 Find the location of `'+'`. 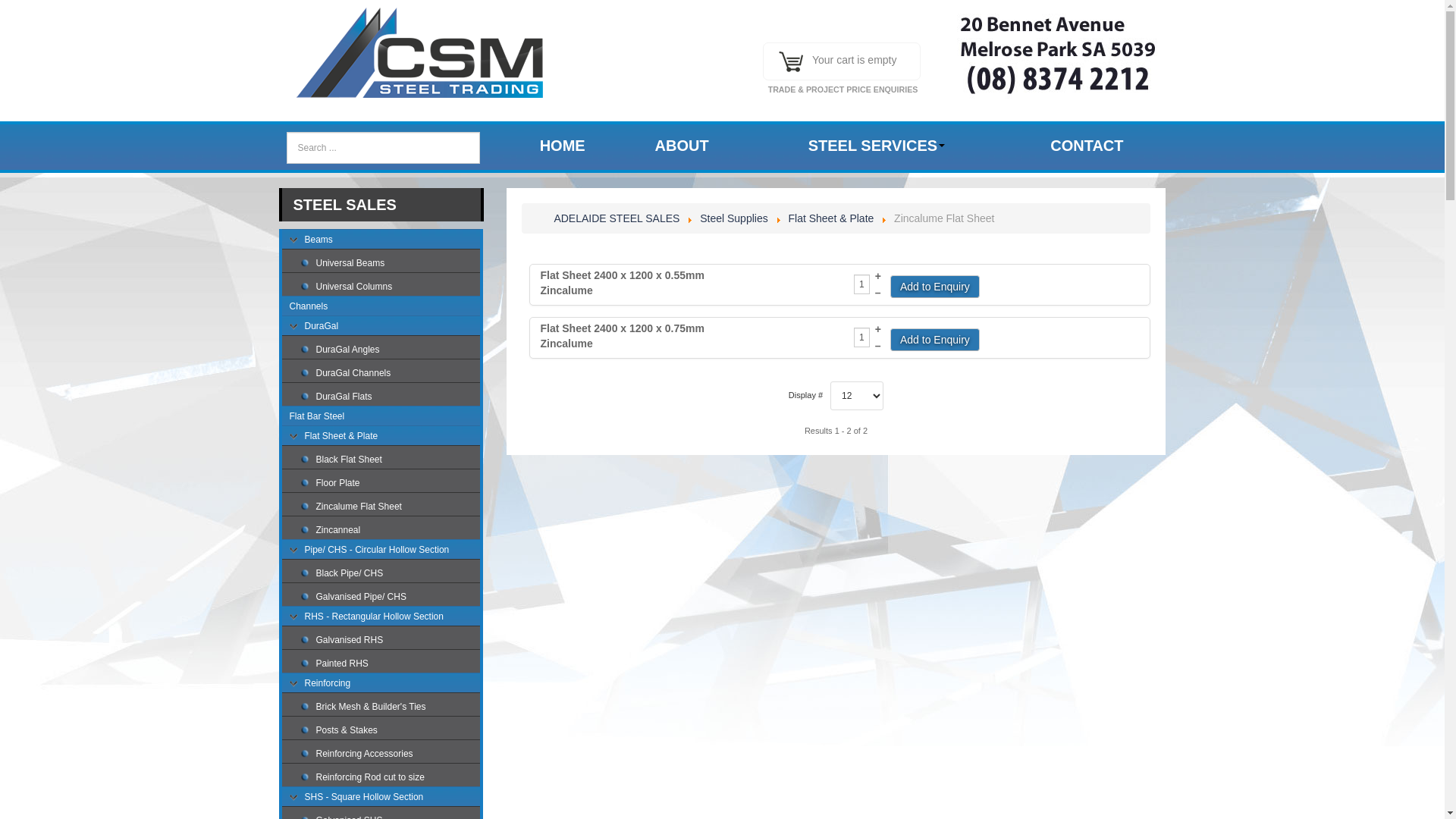

'+' is located at coordinates (877, 328).